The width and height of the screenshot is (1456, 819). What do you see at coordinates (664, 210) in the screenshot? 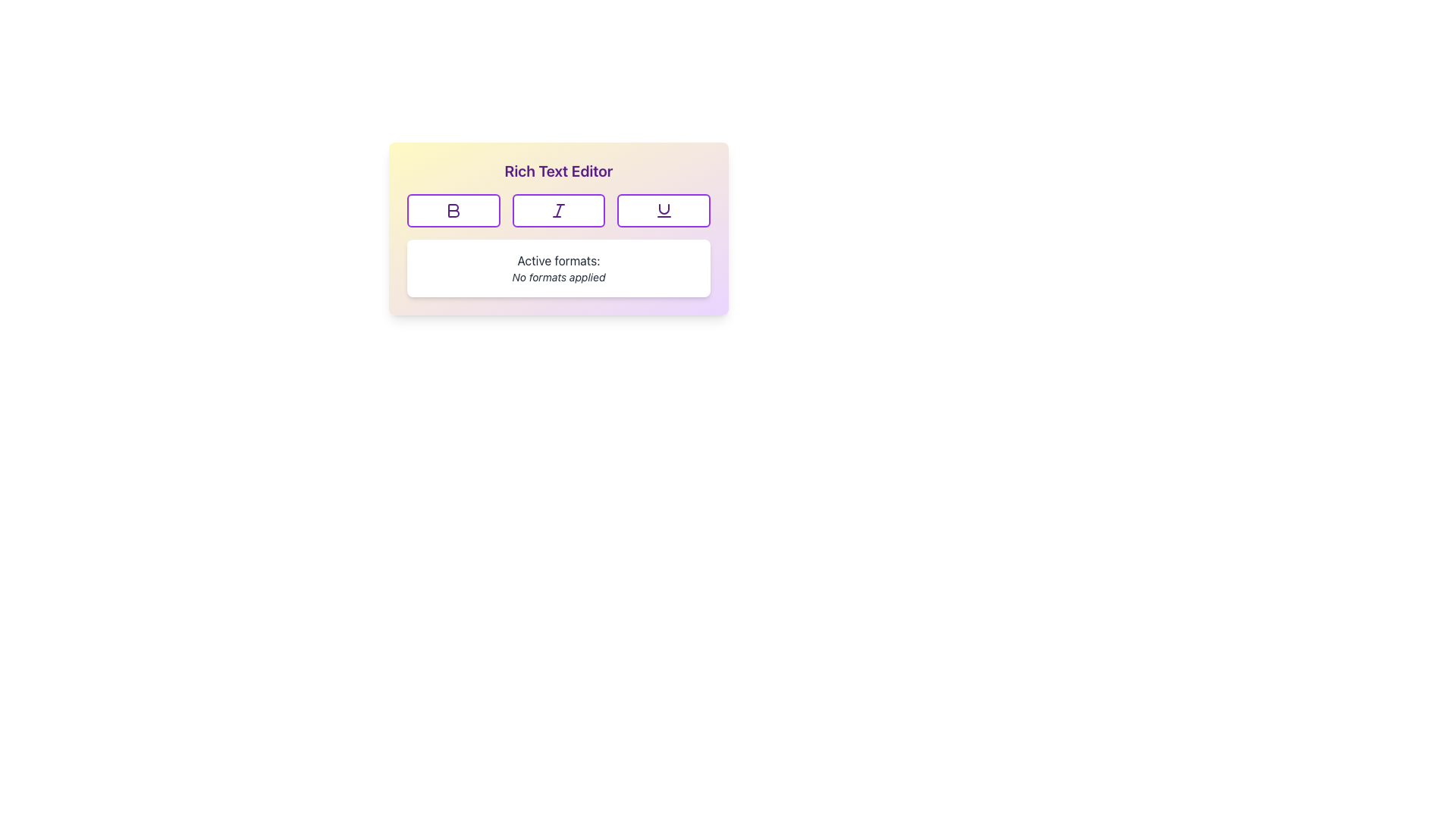
I see `the underline formatting IconButton in the Rich Text Editor toolbar` at bounding box center [664, 210].